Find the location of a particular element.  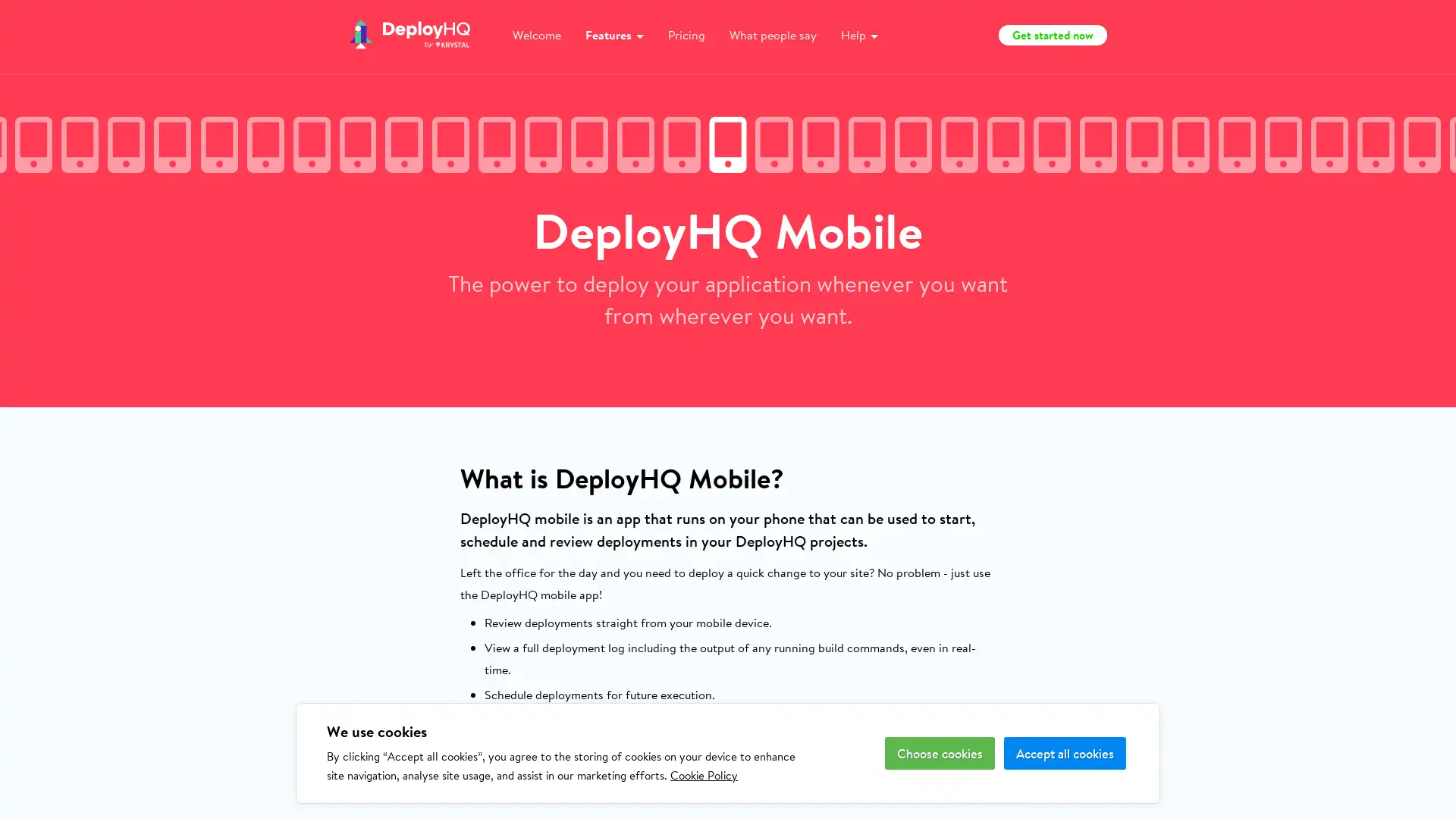

Accept all cookies is located at coordinates (1064, 753).